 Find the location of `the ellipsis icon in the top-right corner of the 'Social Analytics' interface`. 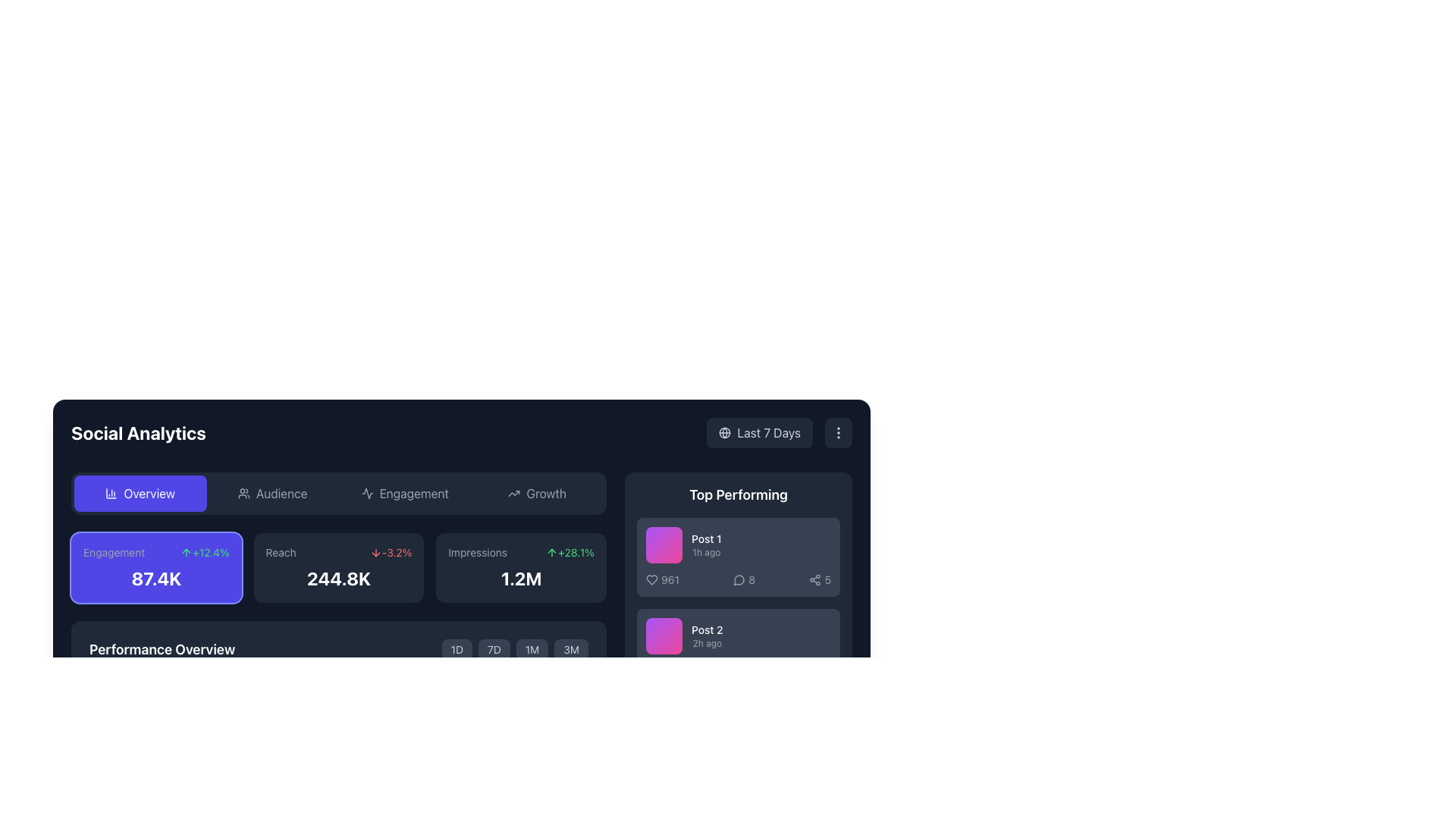

the ellipsis icon in the top-right corner of the 'Social Analytics' interface is located at coordinates (837, 432).